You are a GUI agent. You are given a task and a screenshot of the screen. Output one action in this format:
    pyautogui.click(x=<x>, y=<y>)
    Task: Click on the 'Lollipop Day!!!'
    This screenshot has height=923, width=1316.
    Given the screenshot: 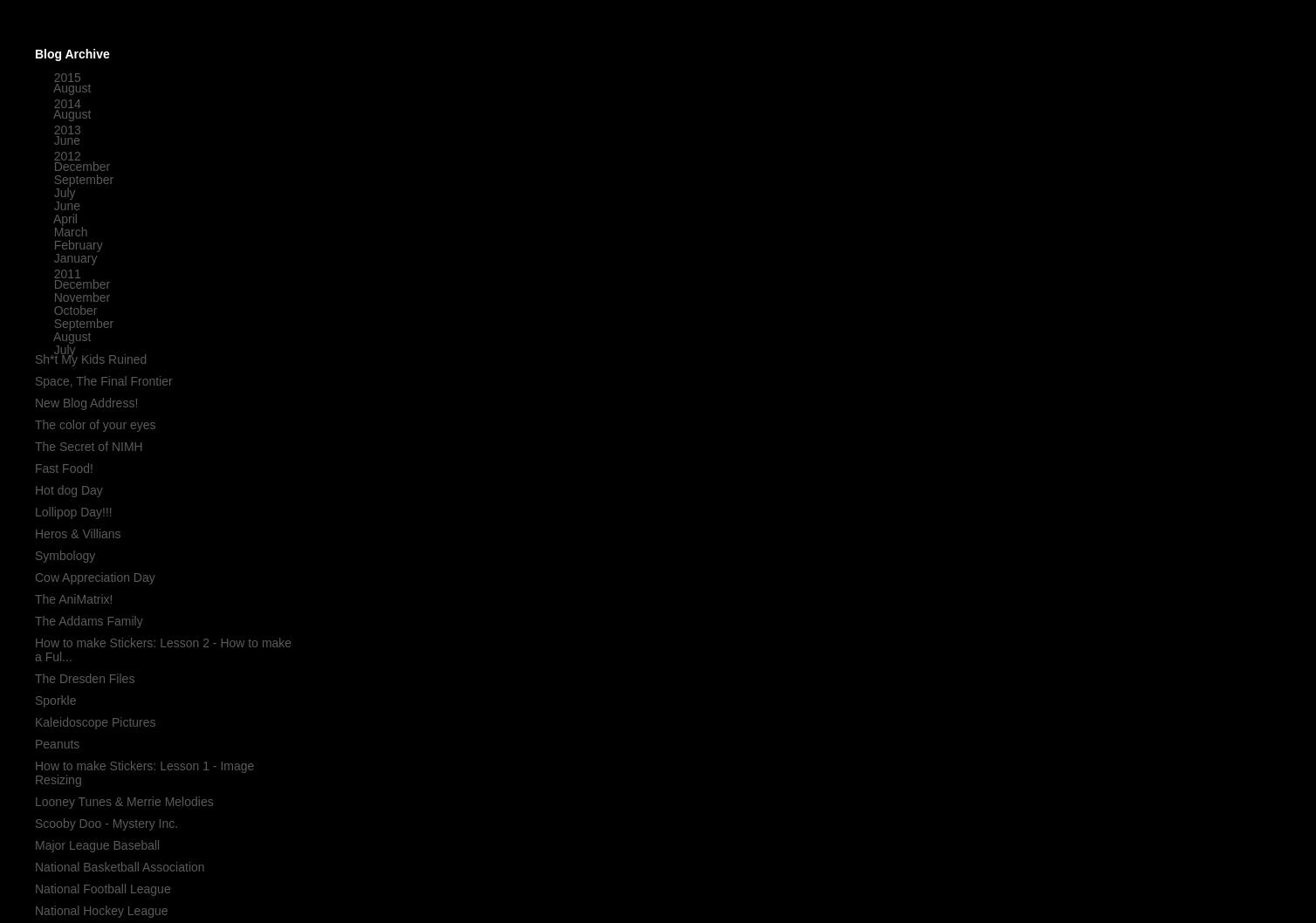 What is the action you would take?
    pyautogui.click(x=34, y=511)
    